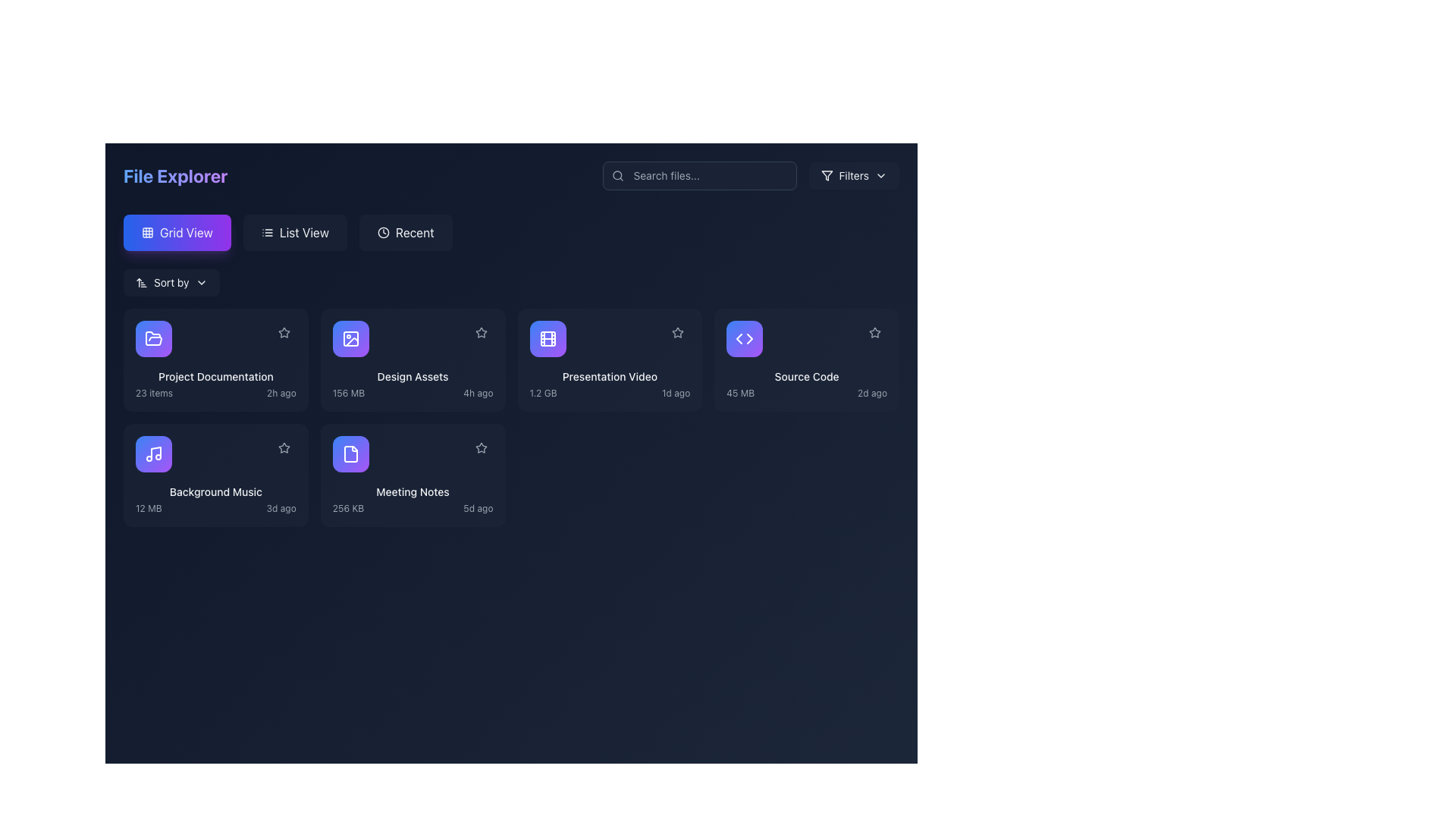 Image resolution: width=1456 pixels, height=819 pixels. What do you see at coordinates (148, 233) in the screenshot?
I see `the 'Grid View' icon, which is a small icon depicting a grid of nine squares arranged in a 3x3 configuration, located in the upper-left corner of the interface` at bounding box center [148, 233].